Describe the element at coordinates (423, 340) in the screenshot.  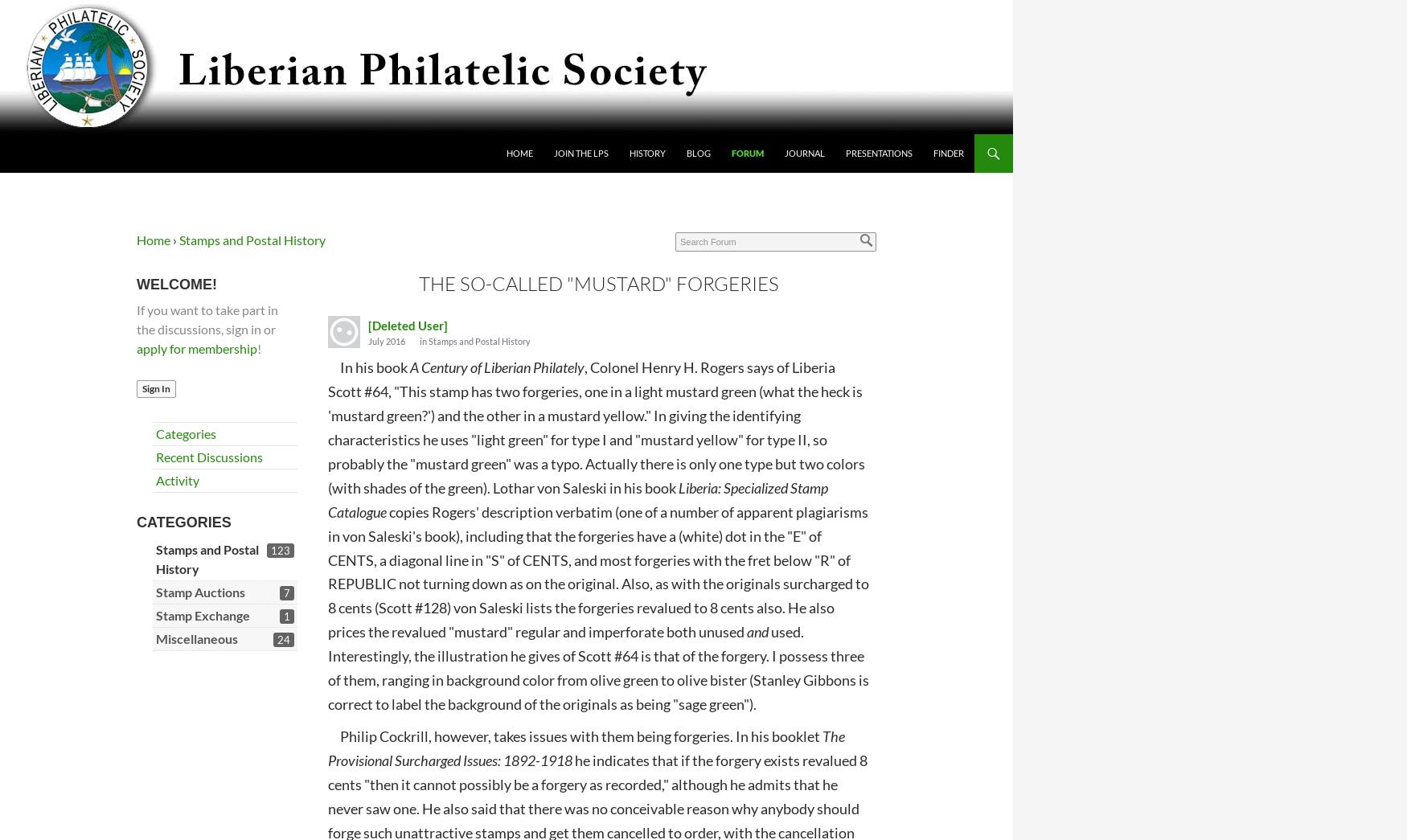
I see `'in'` at that location.